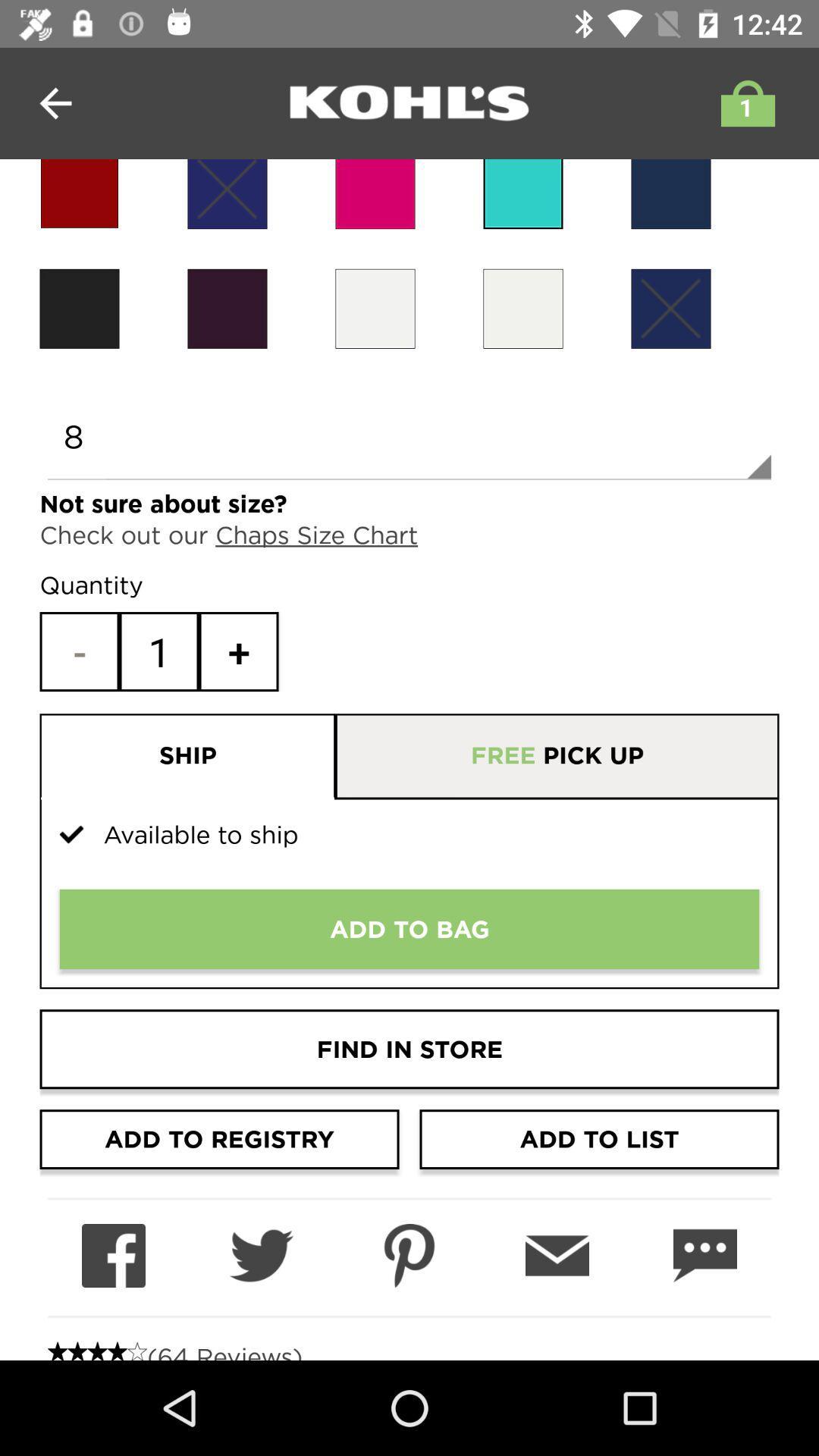 The width and height of the screenshot is (819, 1456). Describe the element at coordinates (557, 1256) in the screenshot. I see `email kohls` at that location.